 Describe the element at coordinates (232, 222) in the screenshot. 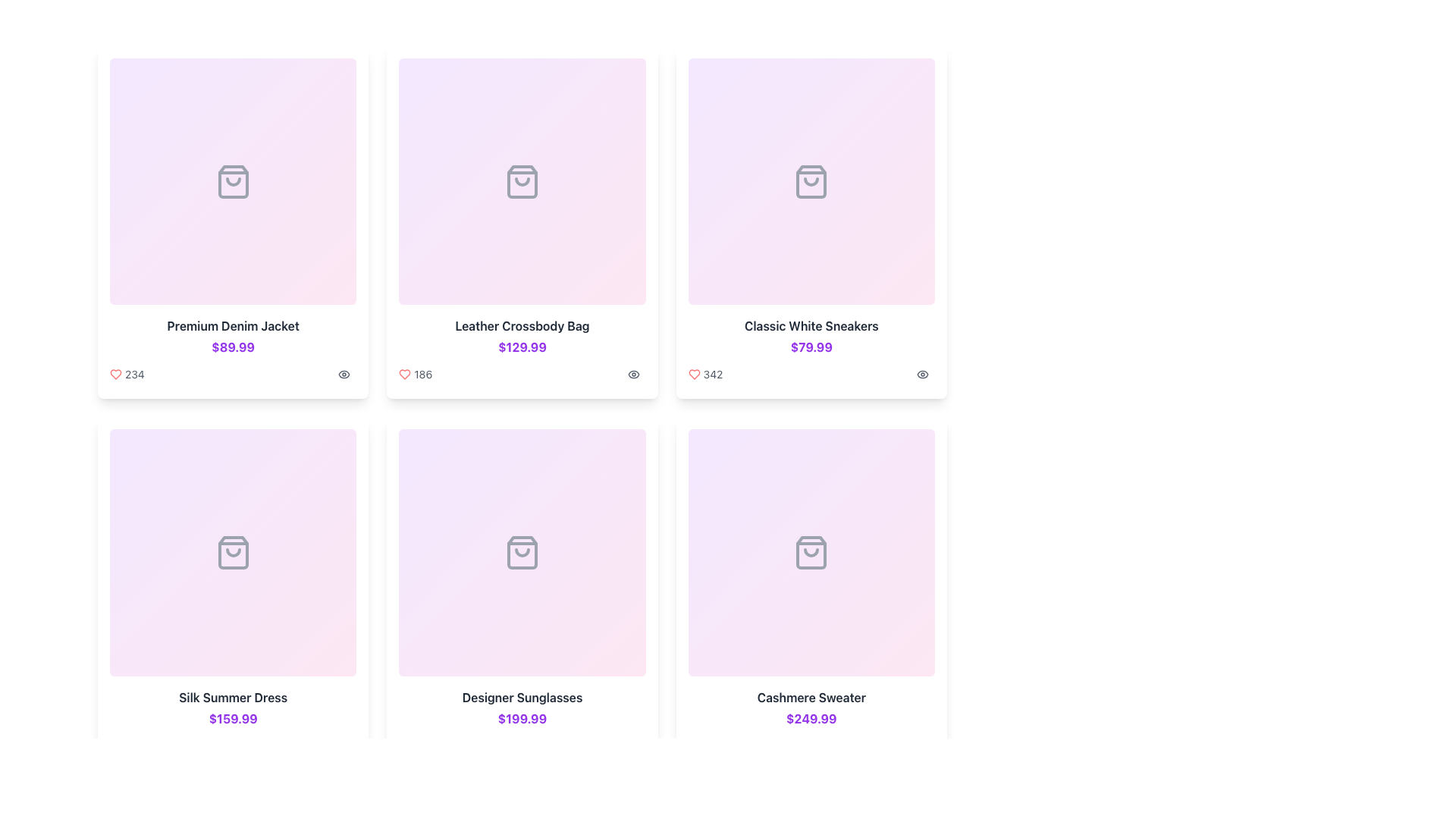

I see `the first product card in the grid` at that location.